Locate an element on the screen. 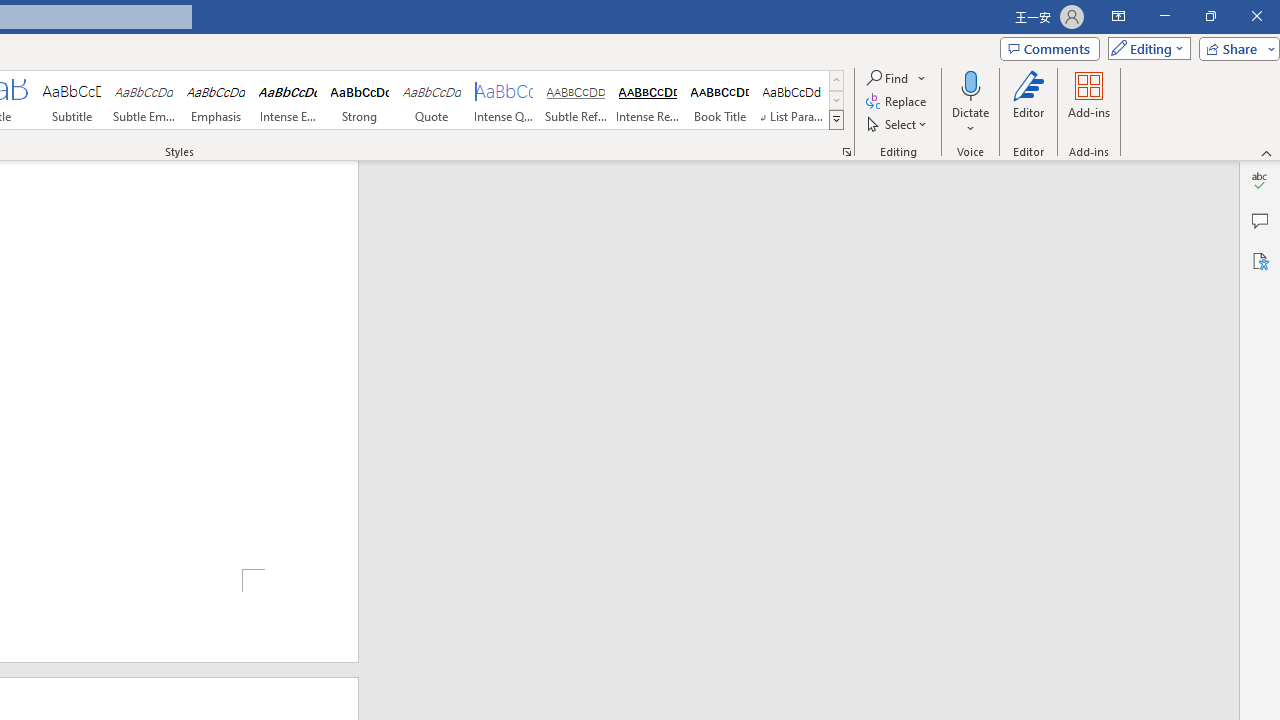 Image resolution: width=1280 pixels, height=720 pixels. 'Intense Emphasis' is located at coordinates (287, 100).